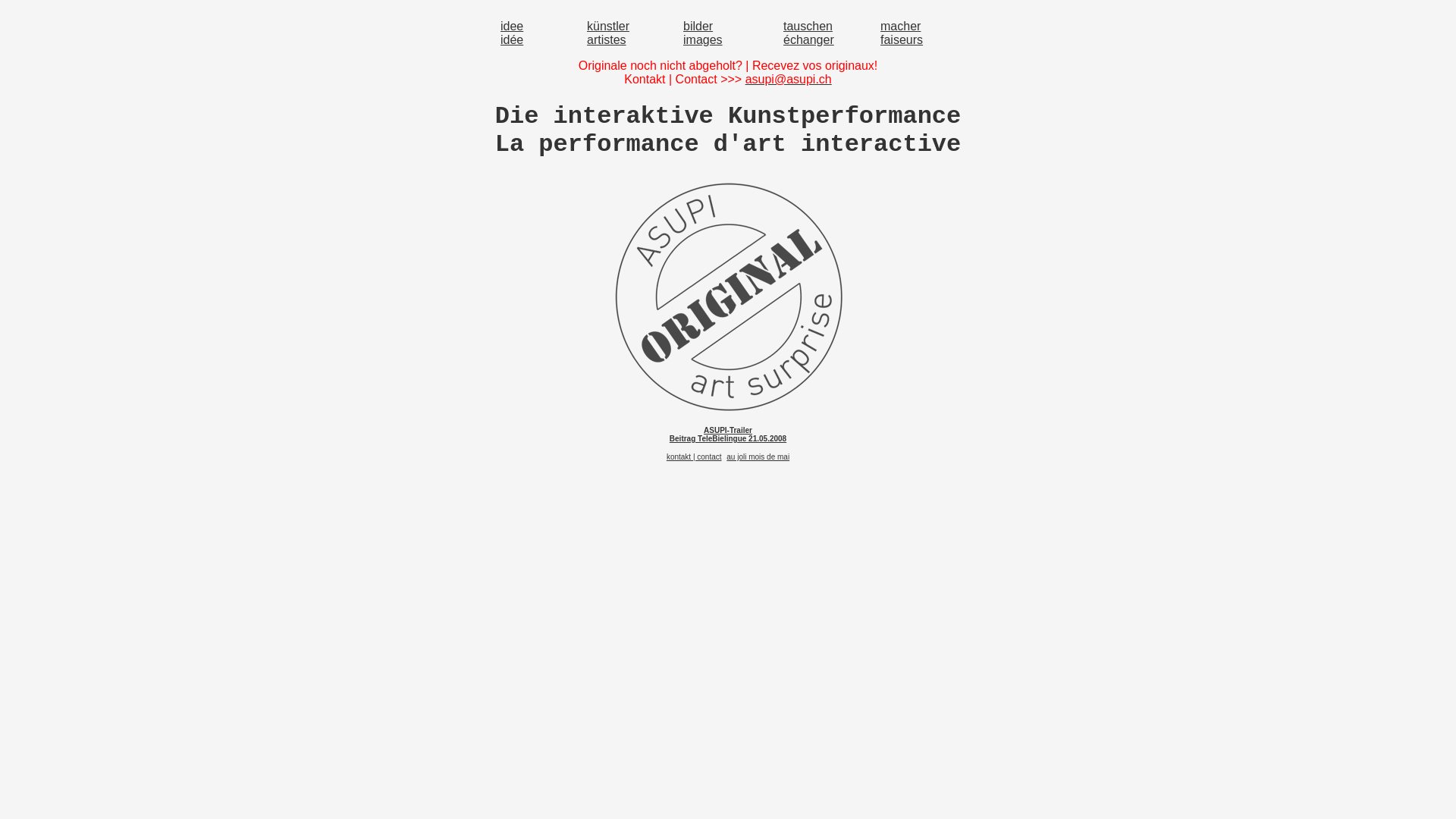 Image resolution: width=1456 pixels, height=819 pixels. Describe the element at coordinates (693, 456) in the screenshot. I see `'kontakt | contact'` at that location.